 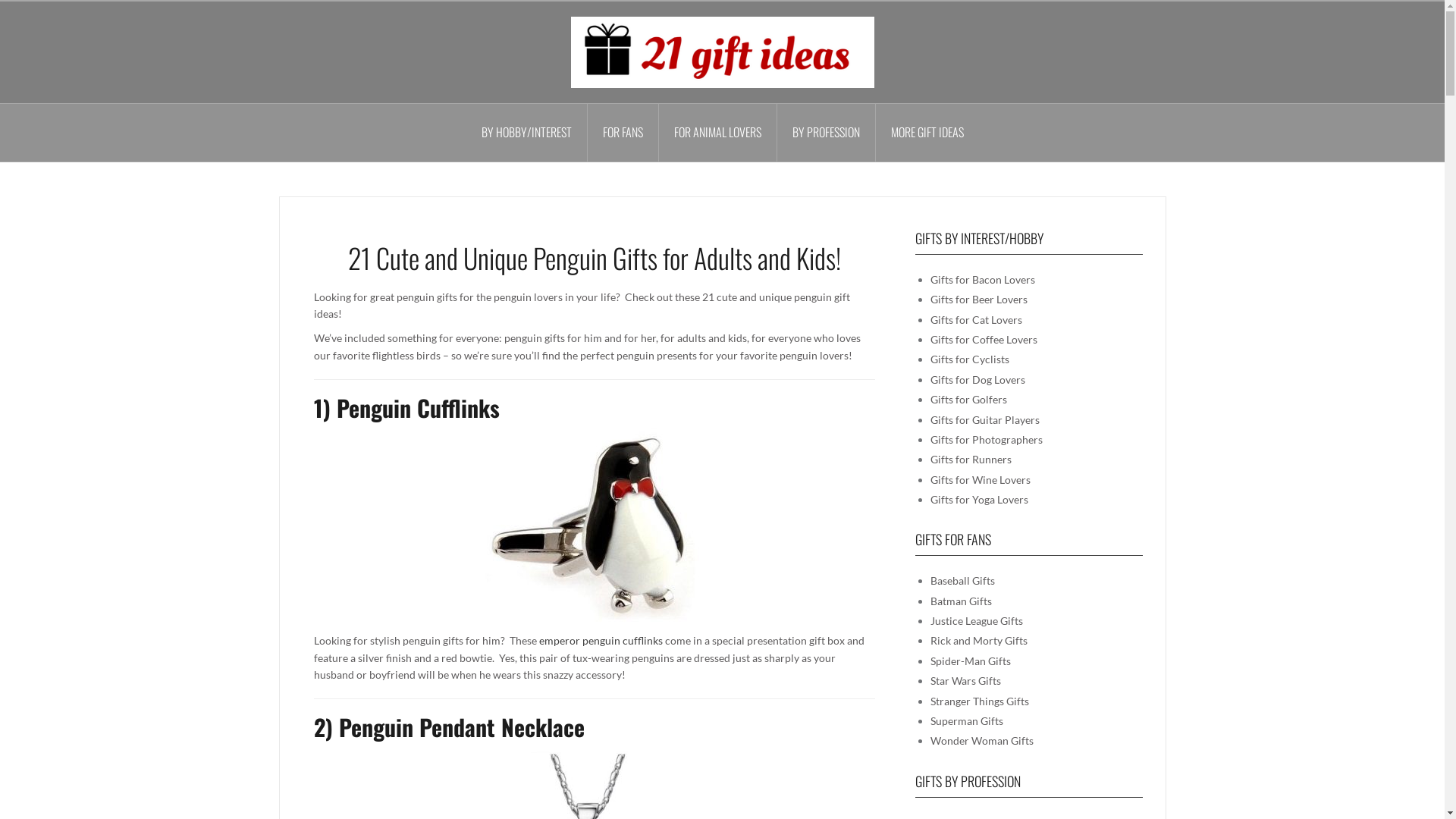 What do you see at coordinates (978, 640) in the screenshot?
I see `'Rick and Morty Gifts'` at bounding box center [978, 640].